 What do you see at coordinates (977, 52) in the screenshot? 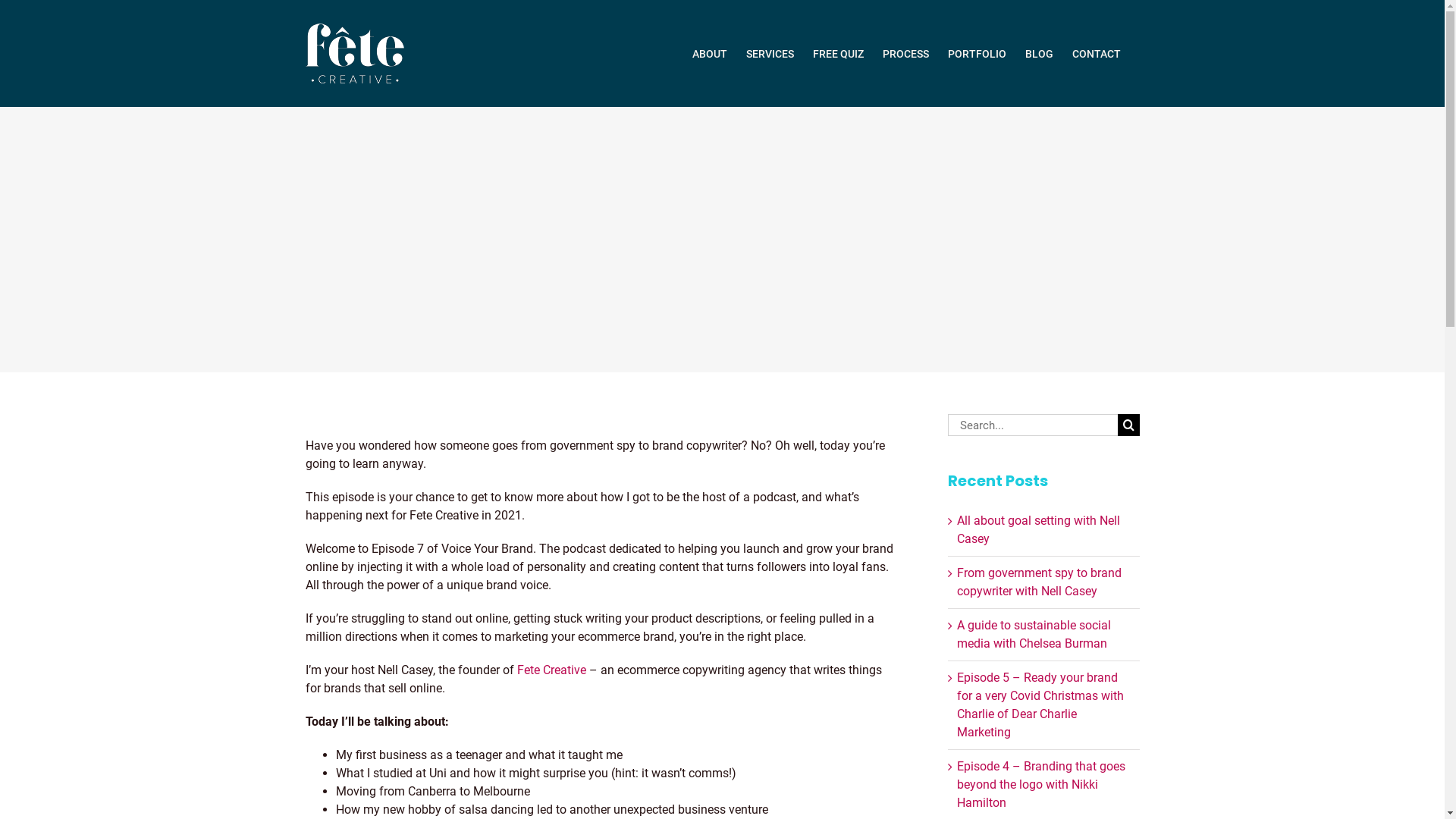
I see `'PORTFOLIO'` at bounding box center [977, 52].